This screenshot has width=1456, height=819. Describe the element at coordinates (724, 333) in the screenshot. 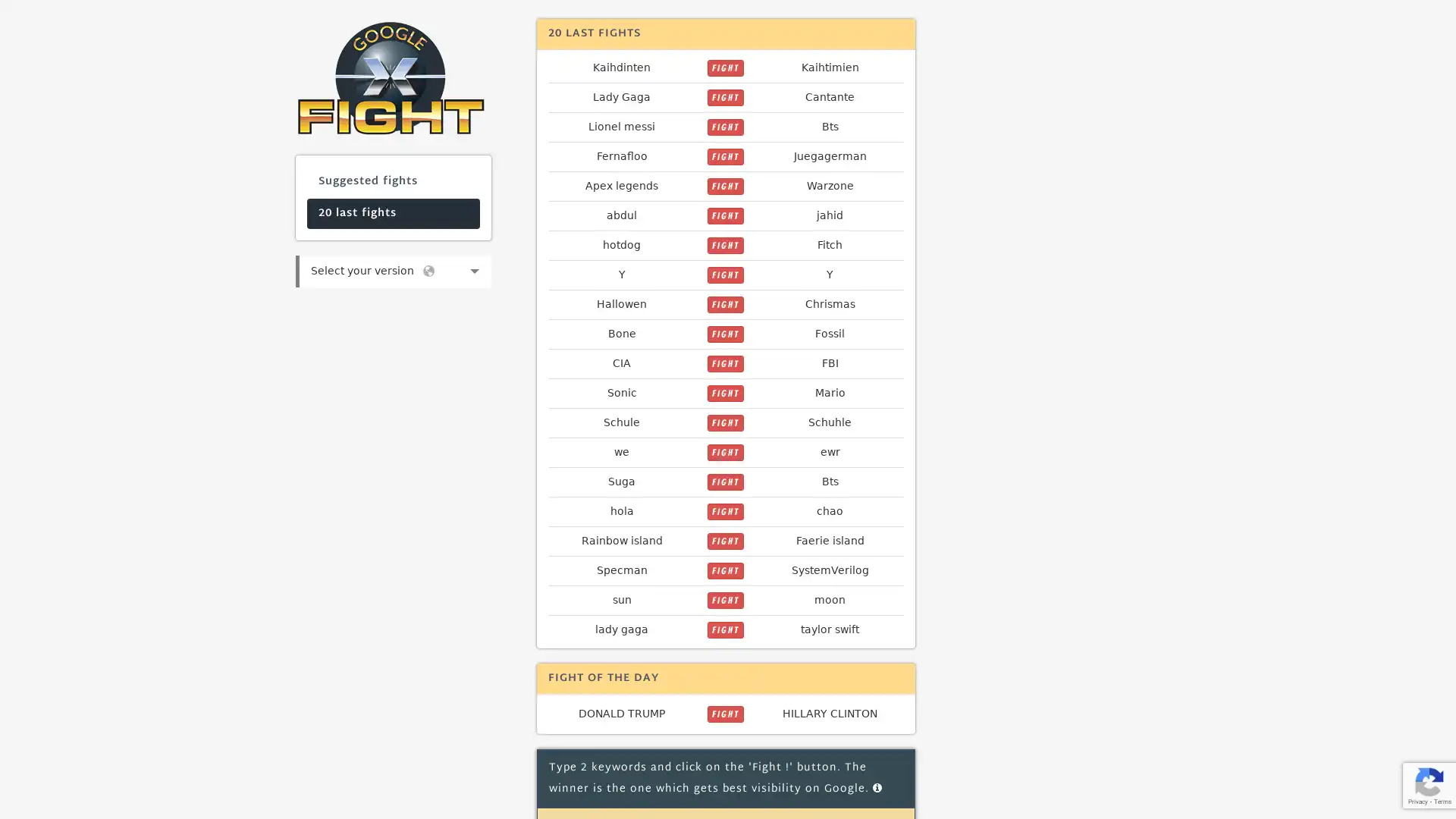

I see `FIGHT` at that location.